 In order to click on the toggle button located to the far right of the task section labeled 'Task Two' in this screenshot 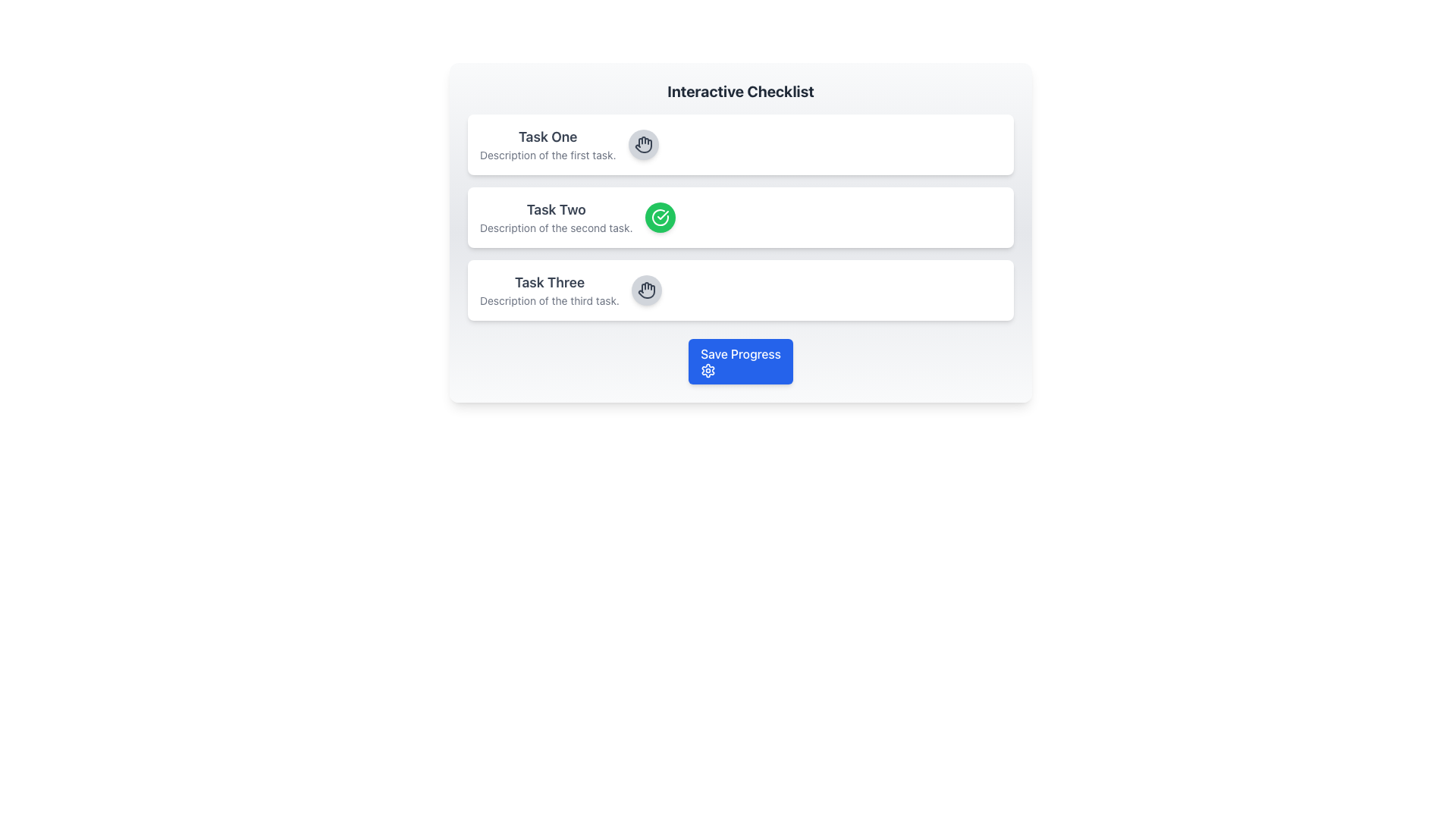, I will do `click(660, 217)`.